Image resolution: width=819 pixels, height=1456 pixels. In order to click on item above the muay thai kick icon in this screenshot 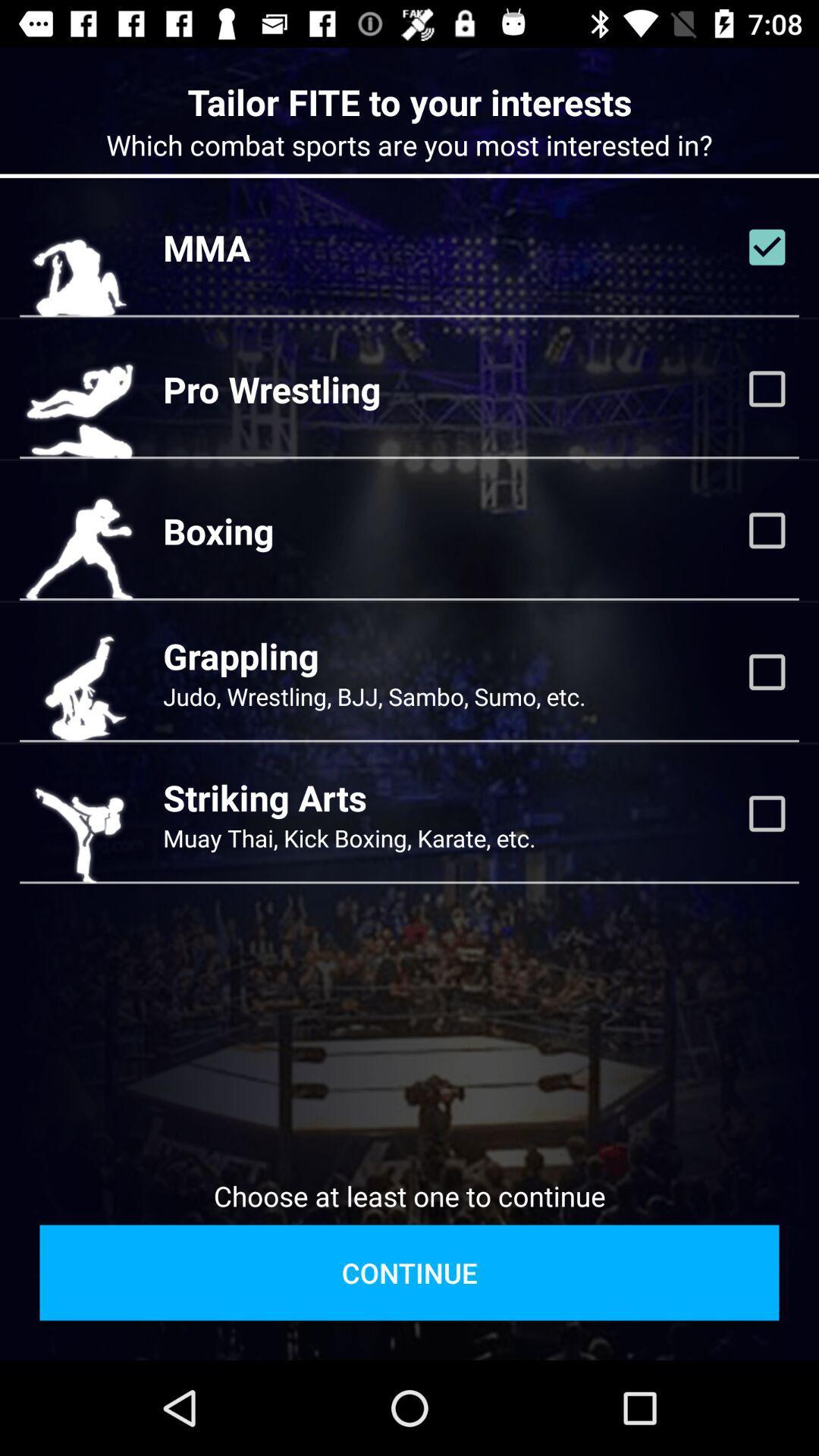, I will do `click(264, 796)`.